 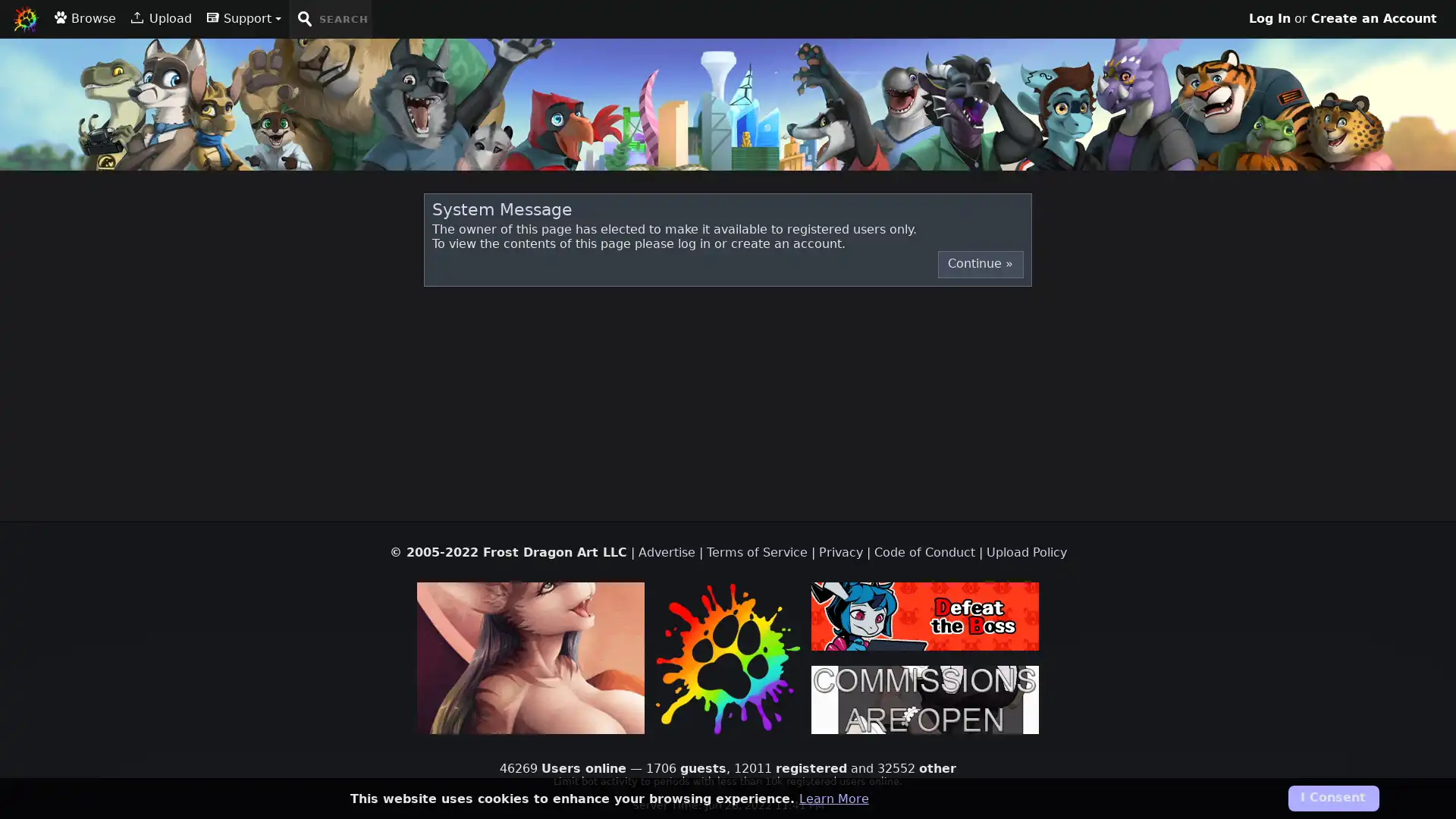 I want to click on I Consent, so click(x=1332, y=798).